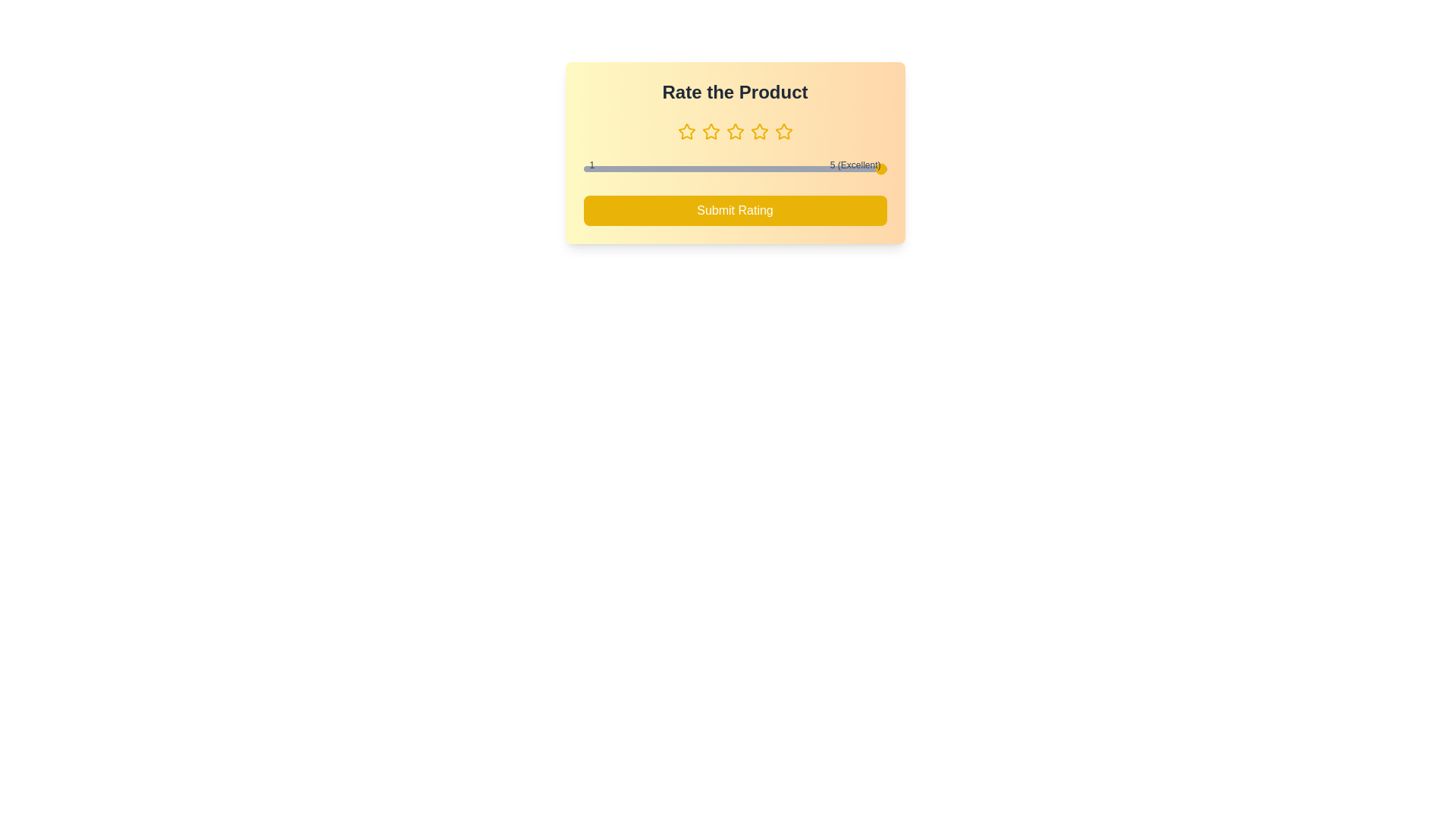 Image resolution: width=1456 pixels, height=819 pixels. What do you see at coordinates (659, 169) in the screenshot?
I see `the slider to set the rating to 2 (1 to 5)` at bounding box center [659, 169].